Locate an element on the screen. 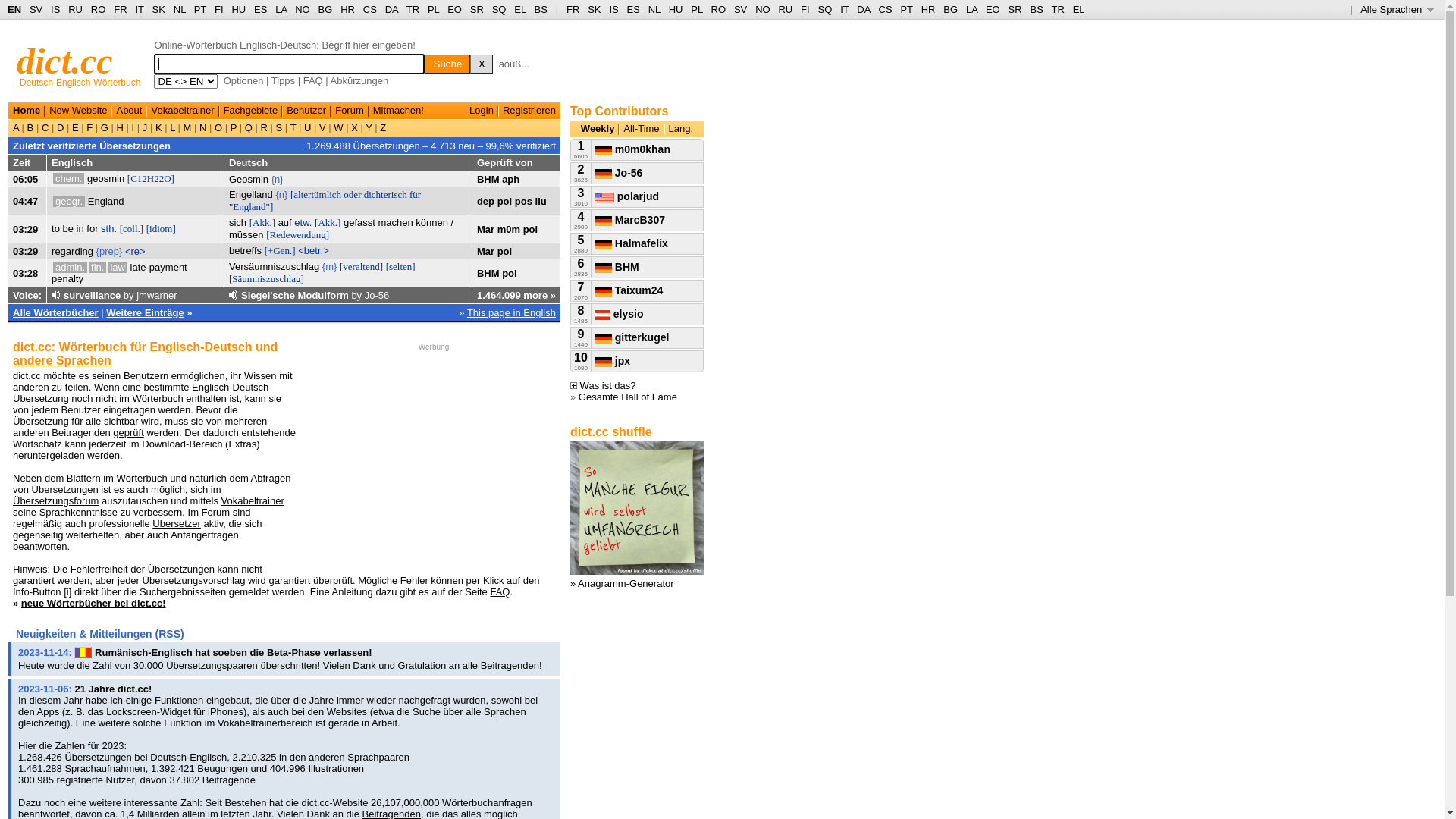  '06:05' is located at coordinates (13, 177).